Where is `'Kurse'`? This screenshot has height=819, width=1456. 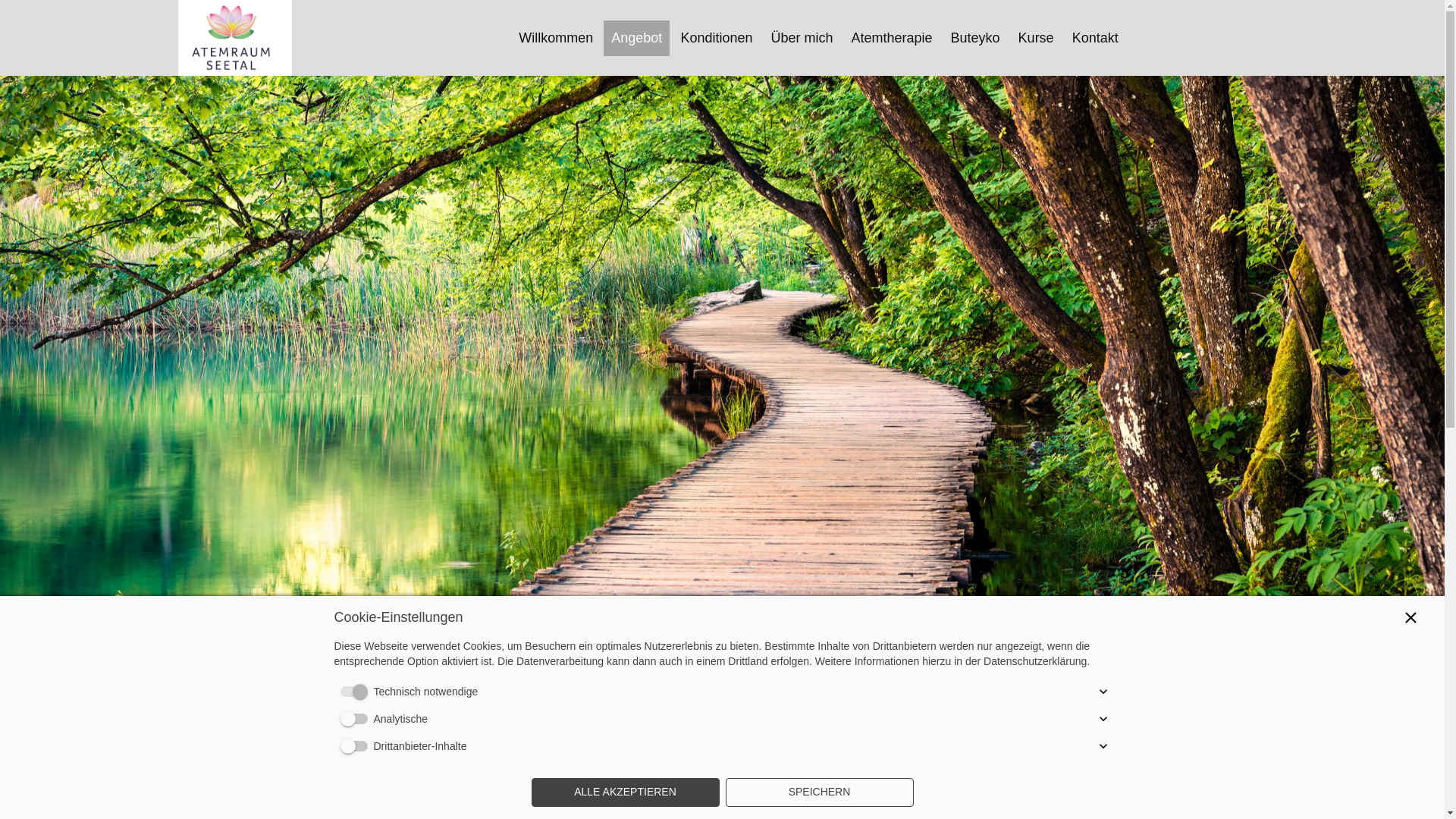 'Kurse' is located at coordinates (1018, 37).